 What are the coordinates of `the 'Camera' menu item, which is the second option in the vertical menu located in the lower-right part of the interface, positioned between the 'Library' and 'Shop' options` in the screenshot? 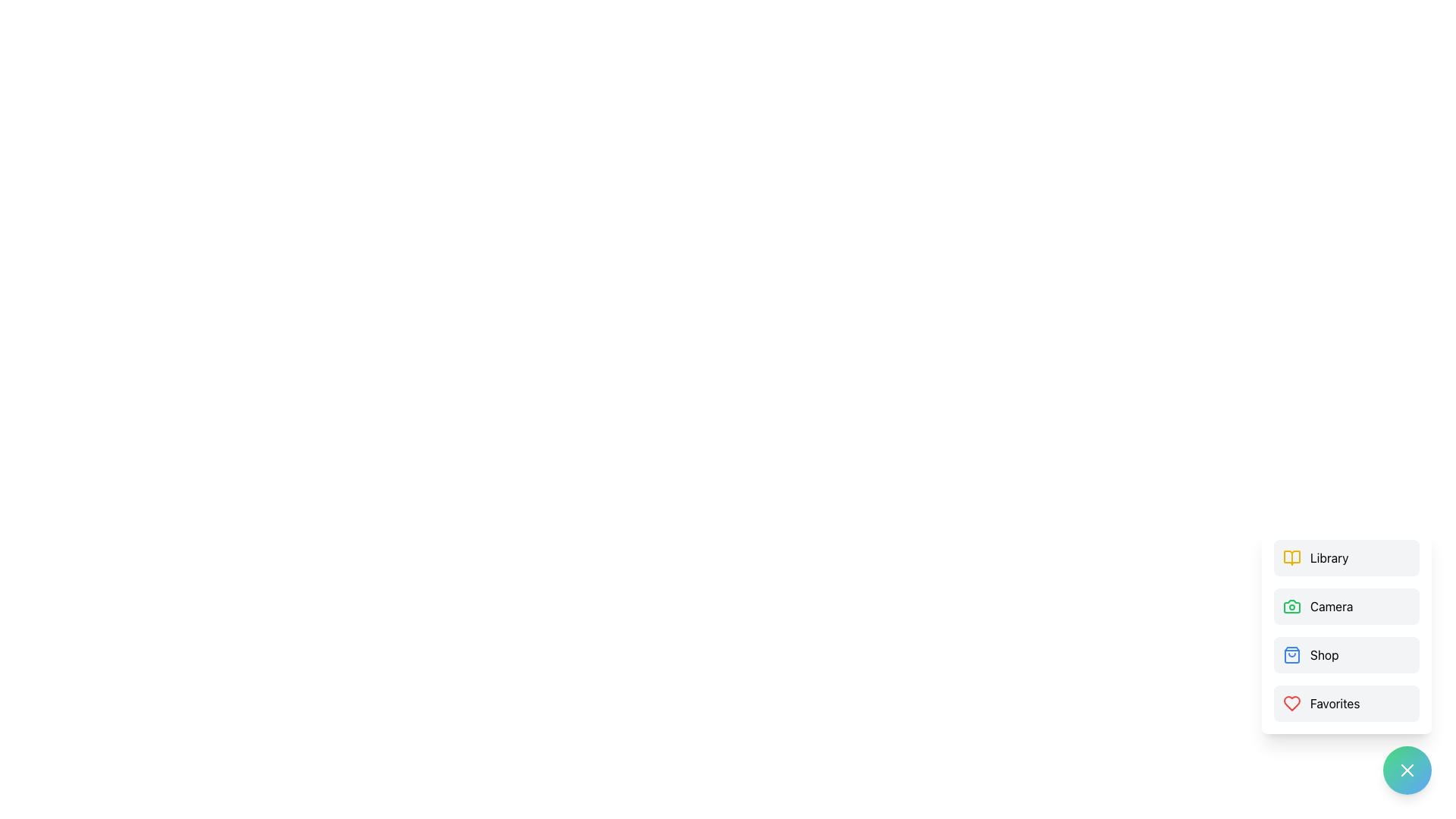 It's located at (1347, 631).